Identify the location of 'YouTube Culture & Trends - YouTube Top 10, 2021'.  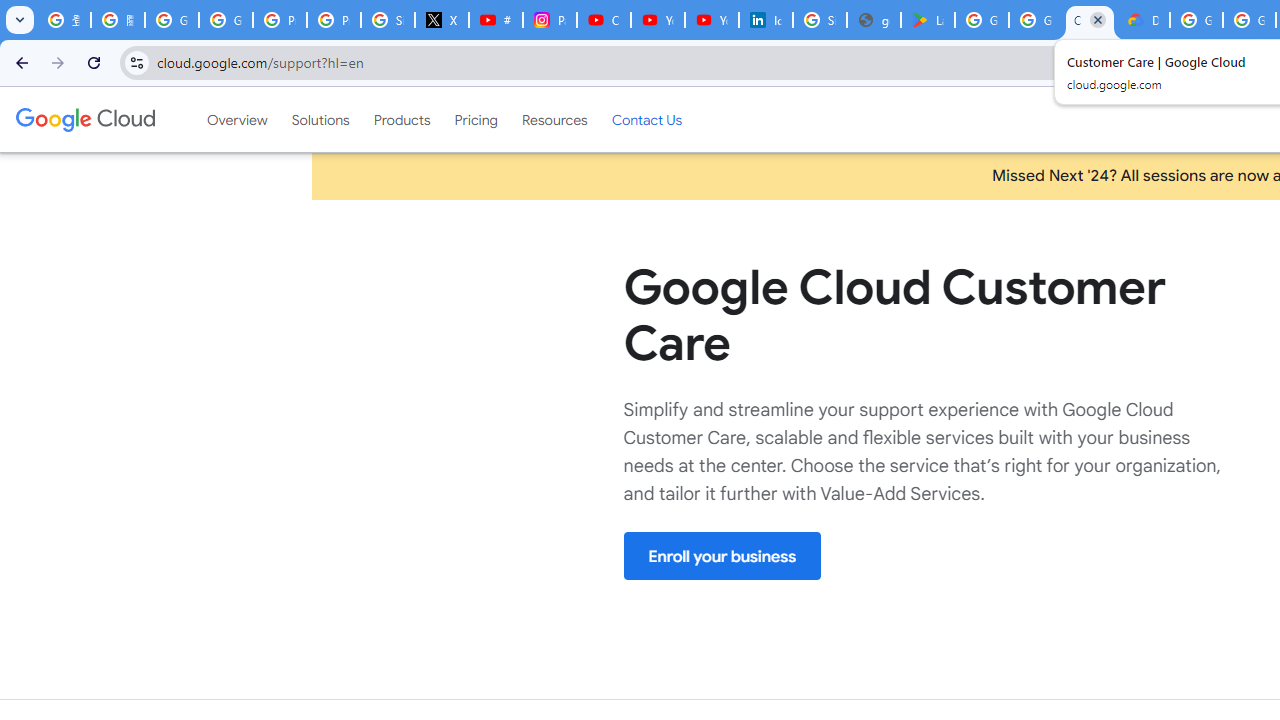
(711, 20).